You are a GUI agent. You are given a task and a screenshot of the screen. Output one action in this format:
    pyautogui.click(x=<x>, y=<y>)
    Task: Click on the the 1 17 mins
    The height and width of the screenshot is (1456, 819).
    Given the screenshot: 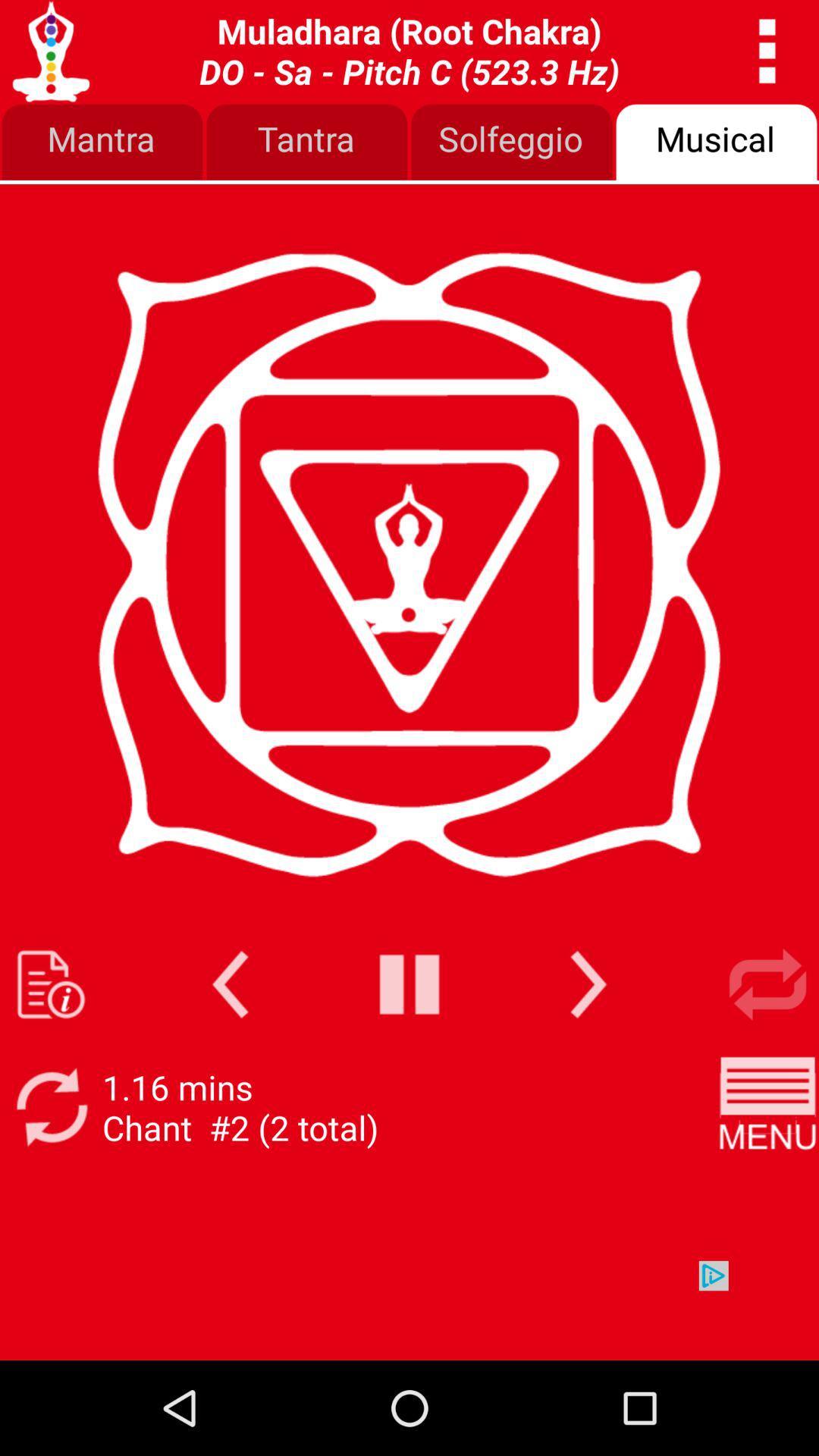 What is the action you would take?
    pyautogui.click(x=240, y=1107)
    